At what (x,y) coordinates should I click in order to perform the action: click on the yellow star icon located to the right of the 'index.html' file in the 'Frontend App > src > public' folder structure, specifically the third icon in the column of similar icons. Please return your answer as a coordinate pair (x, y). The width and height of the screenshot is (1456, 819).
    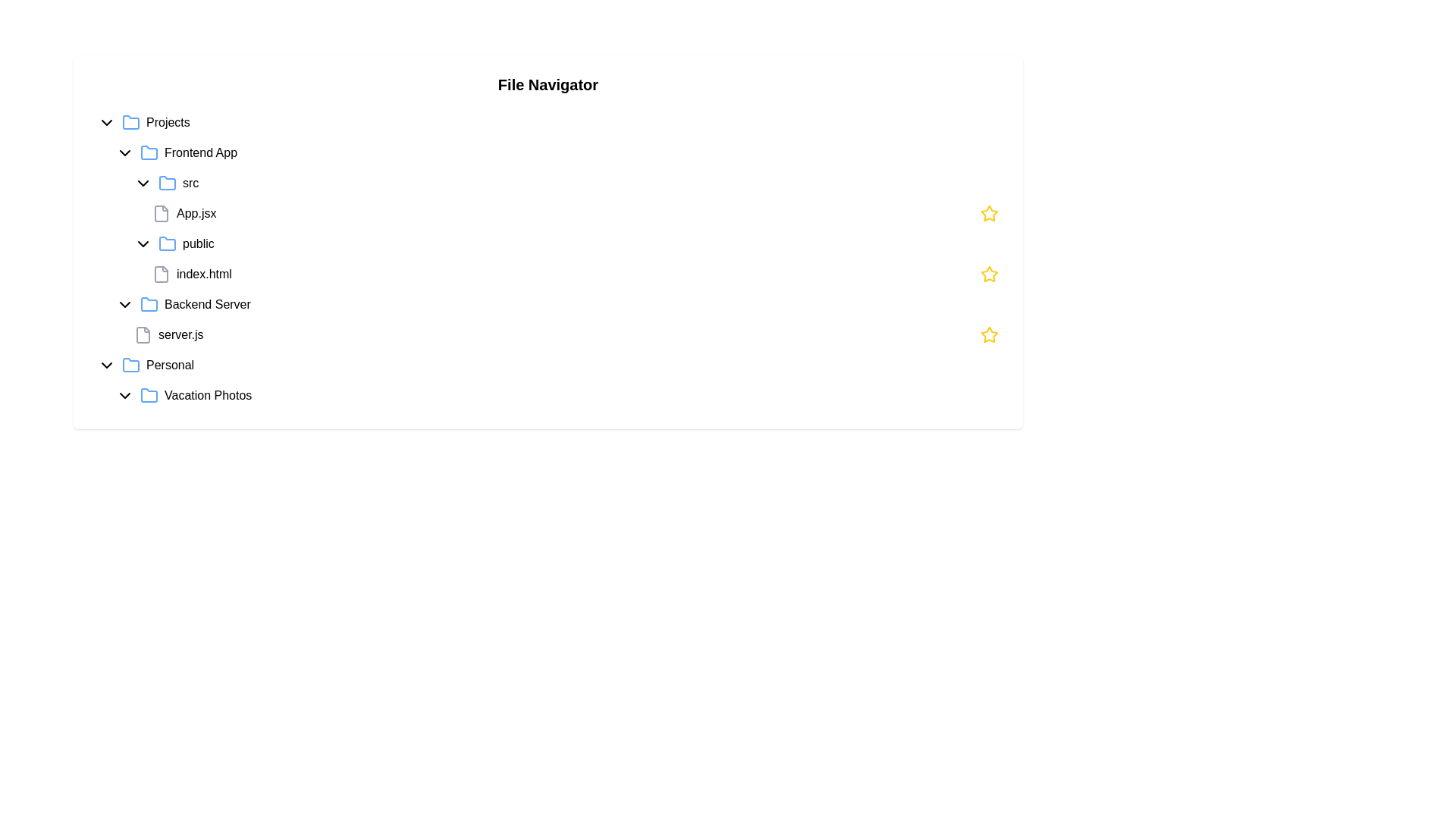
    Looking at the image, I should click on (990, 334).